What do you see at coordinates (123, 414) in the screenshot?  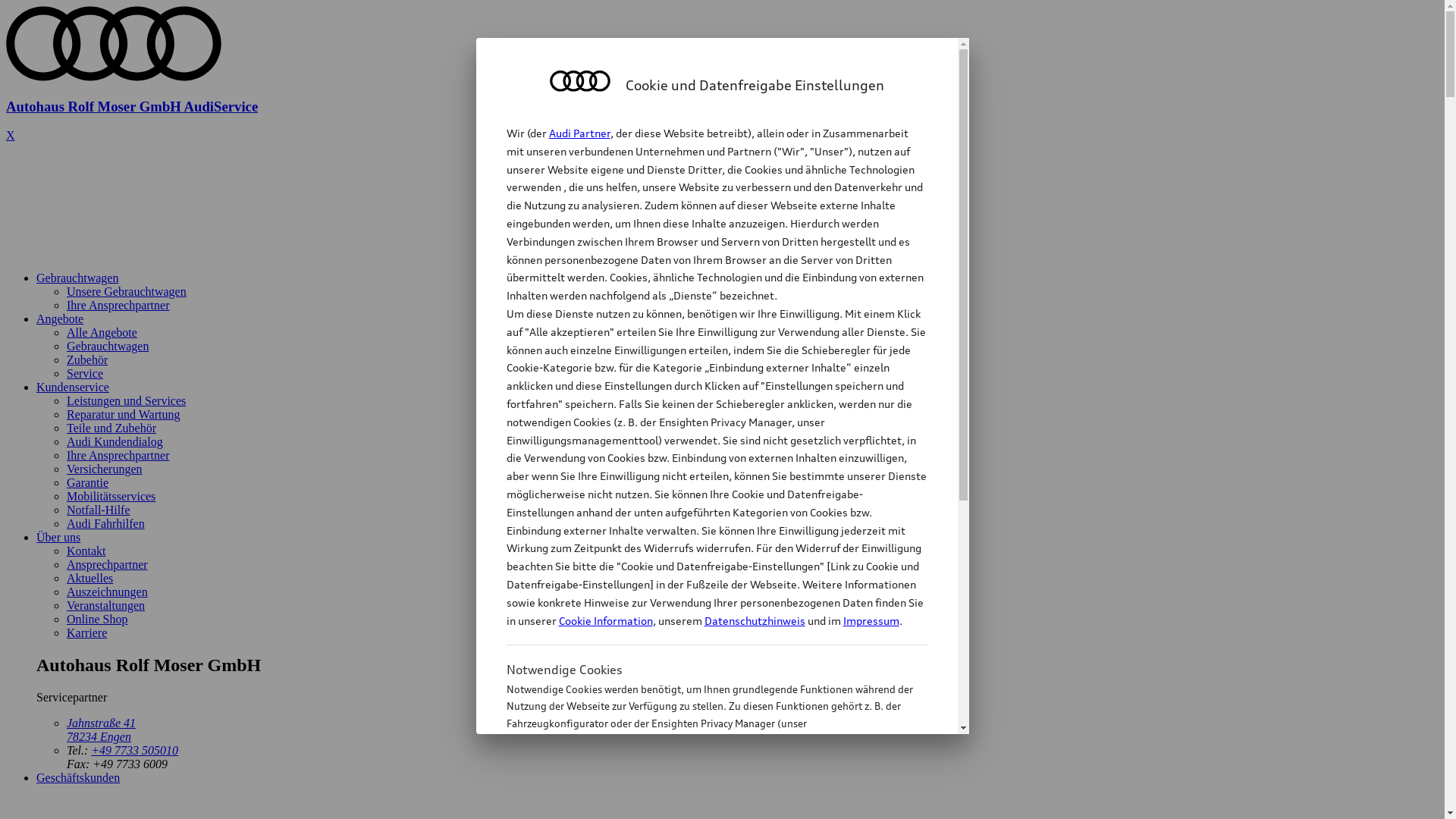 I see `'Reparatur und Wartung'` at bounding box center [123, 414].